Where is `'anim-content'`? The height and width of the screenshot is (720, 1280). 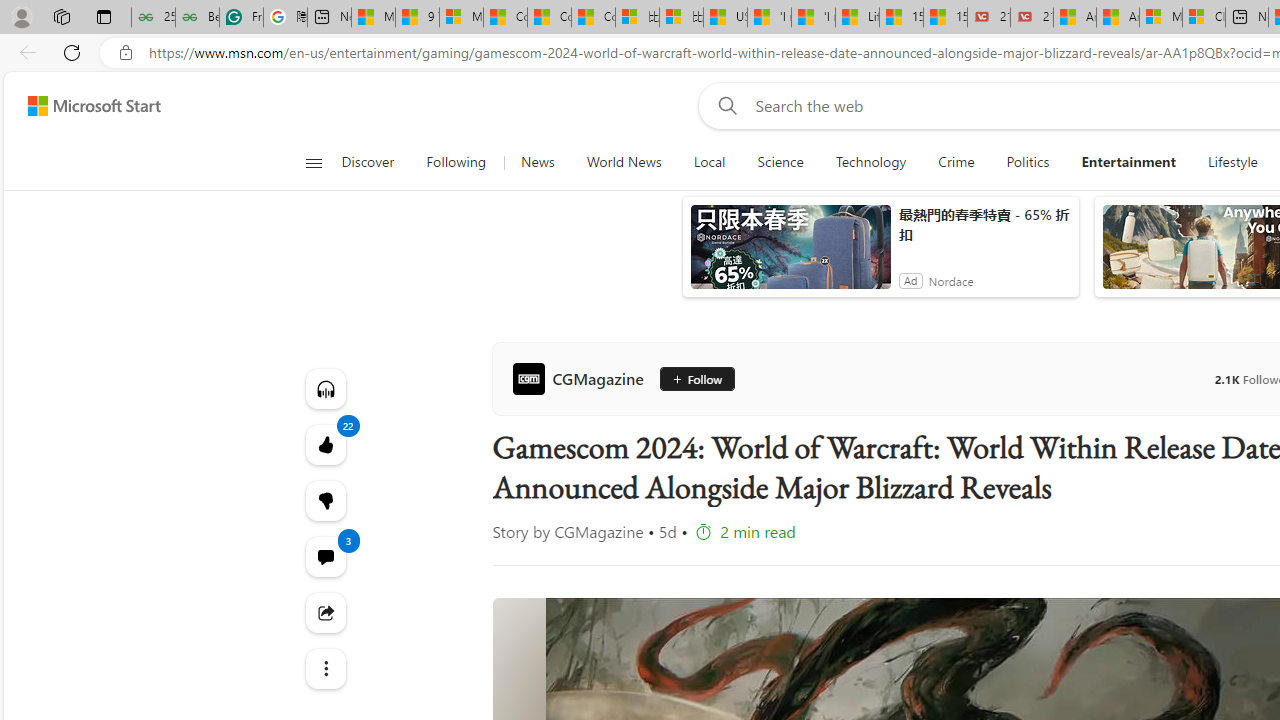
'anim-content' is located at coordinates (789, 254).